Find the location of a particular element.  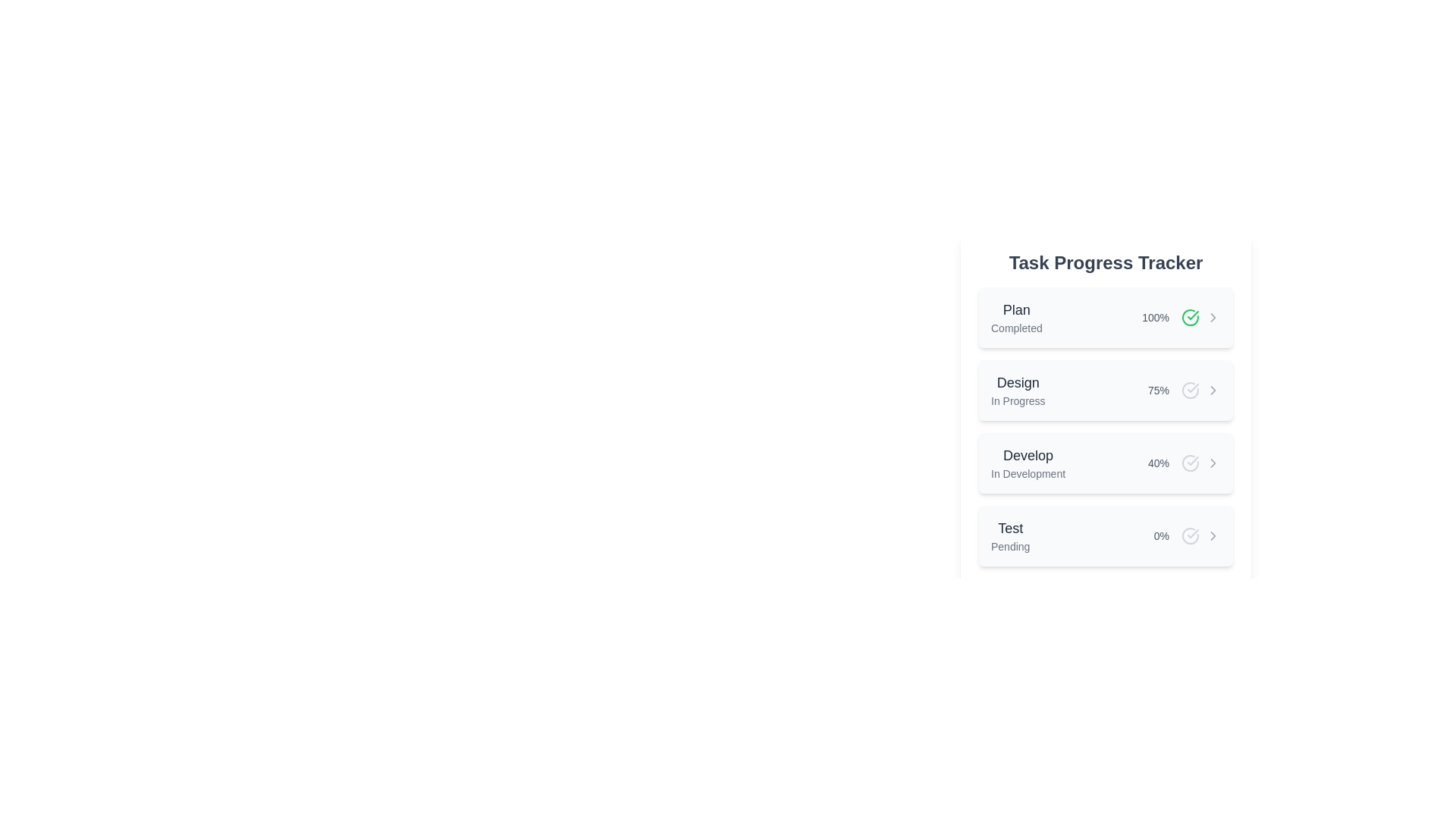

text label which displays 'Develop' in bold and 'In Development' in a smaller font, located in the third row of the vertical list under 'Task Progress Tracker' is located at coordinates (1028, 462).